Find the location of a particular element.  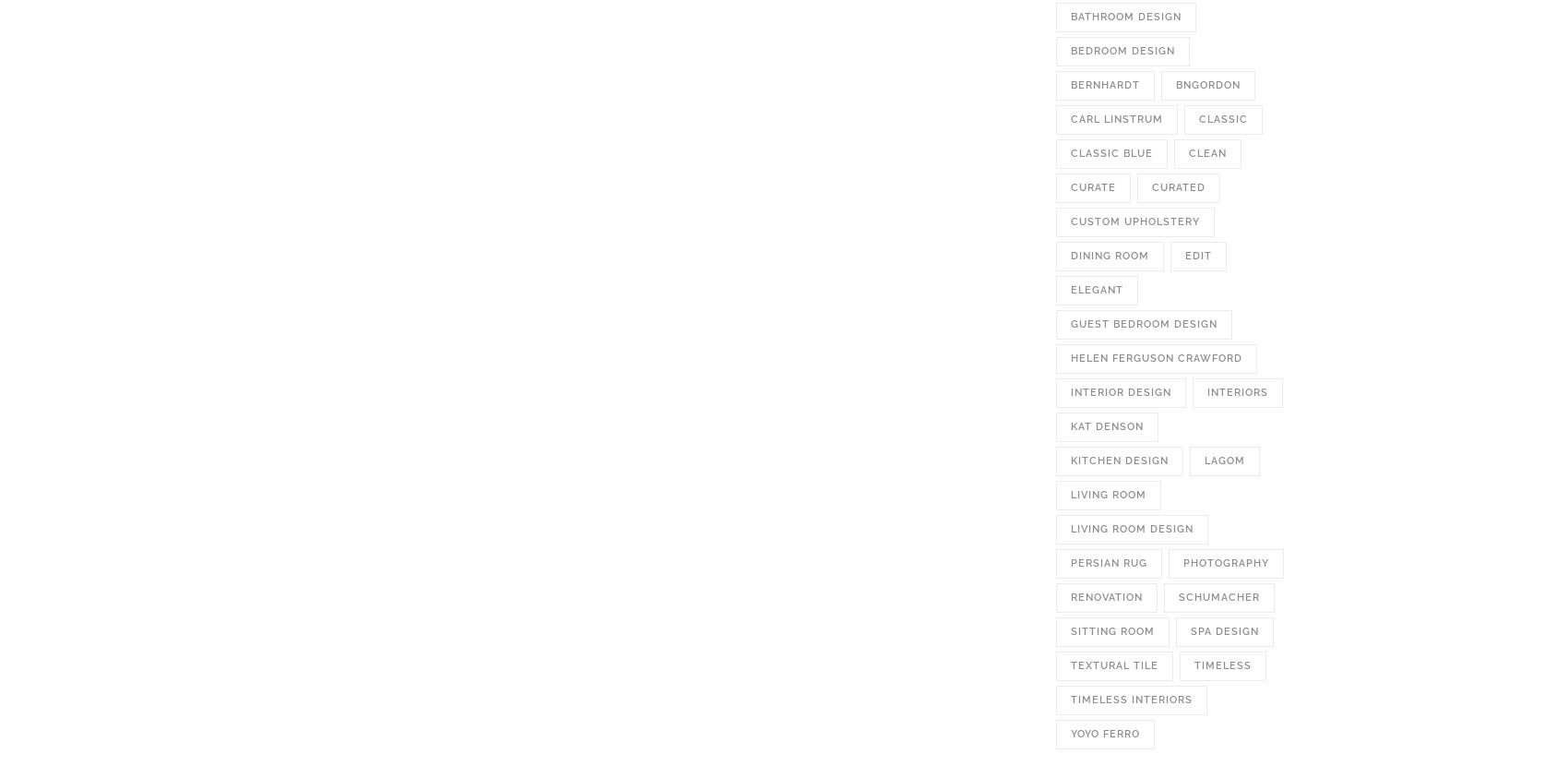

'timeless interiors' is located at coordinates (1131, 700).